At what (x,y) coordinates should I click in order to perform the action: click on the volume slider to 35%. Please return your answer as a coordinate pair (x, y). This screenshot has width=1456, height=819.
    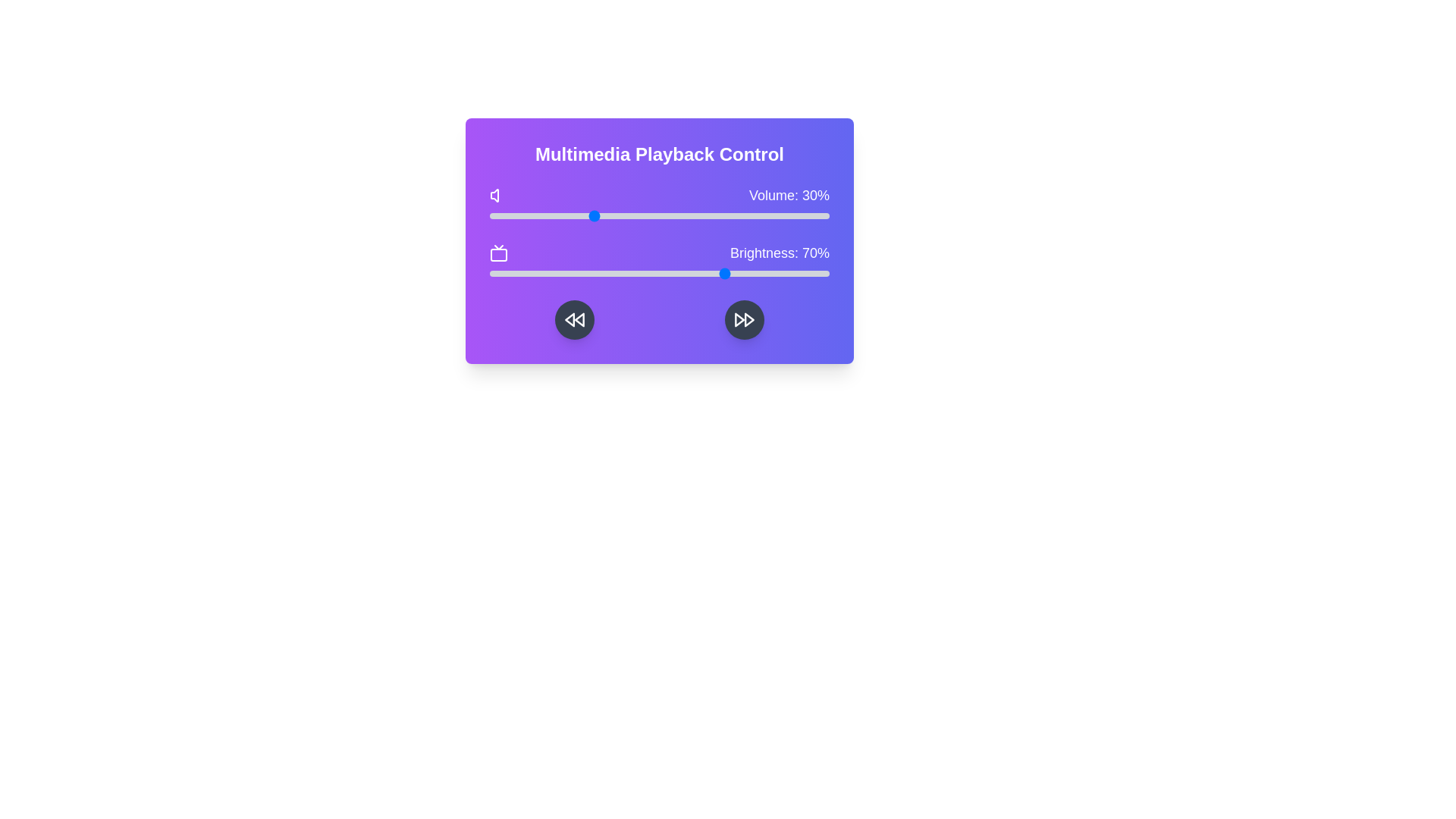
    Looking at the image, I should click on (608, 216).